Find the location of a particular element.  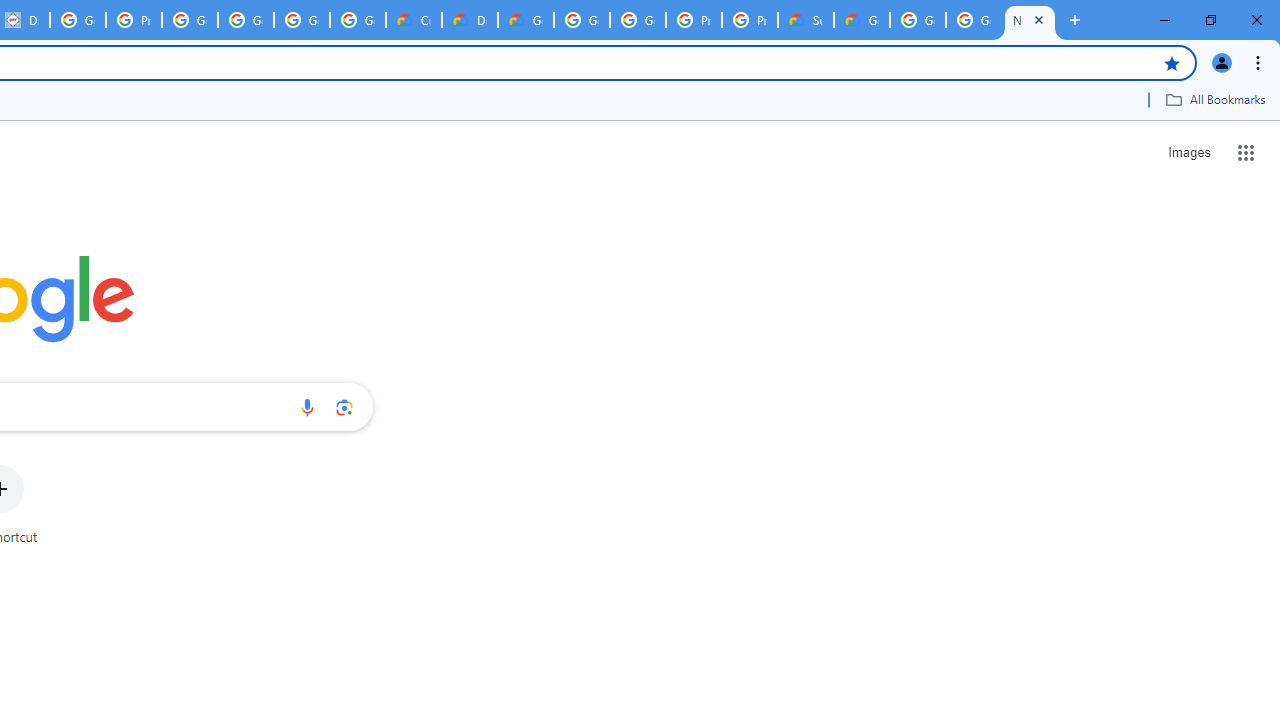

'Gemini for Business and Developers | Google Cloud' is located at coordinates (526, 20).